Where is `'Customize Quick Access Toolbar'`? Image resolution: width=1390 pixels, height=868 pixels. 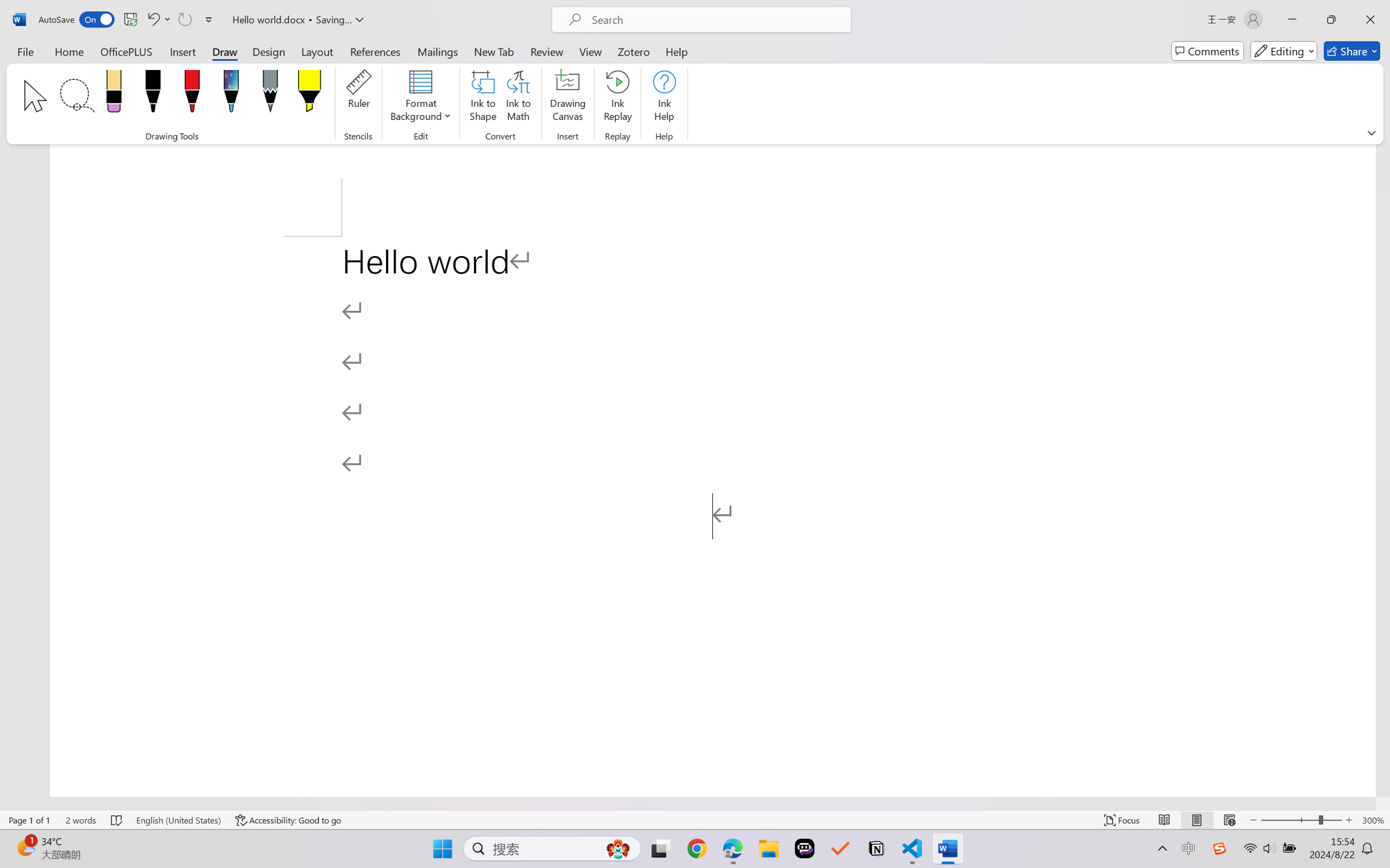
'Customize Quick Access Toolbar' is located at coordinates (208, 19).